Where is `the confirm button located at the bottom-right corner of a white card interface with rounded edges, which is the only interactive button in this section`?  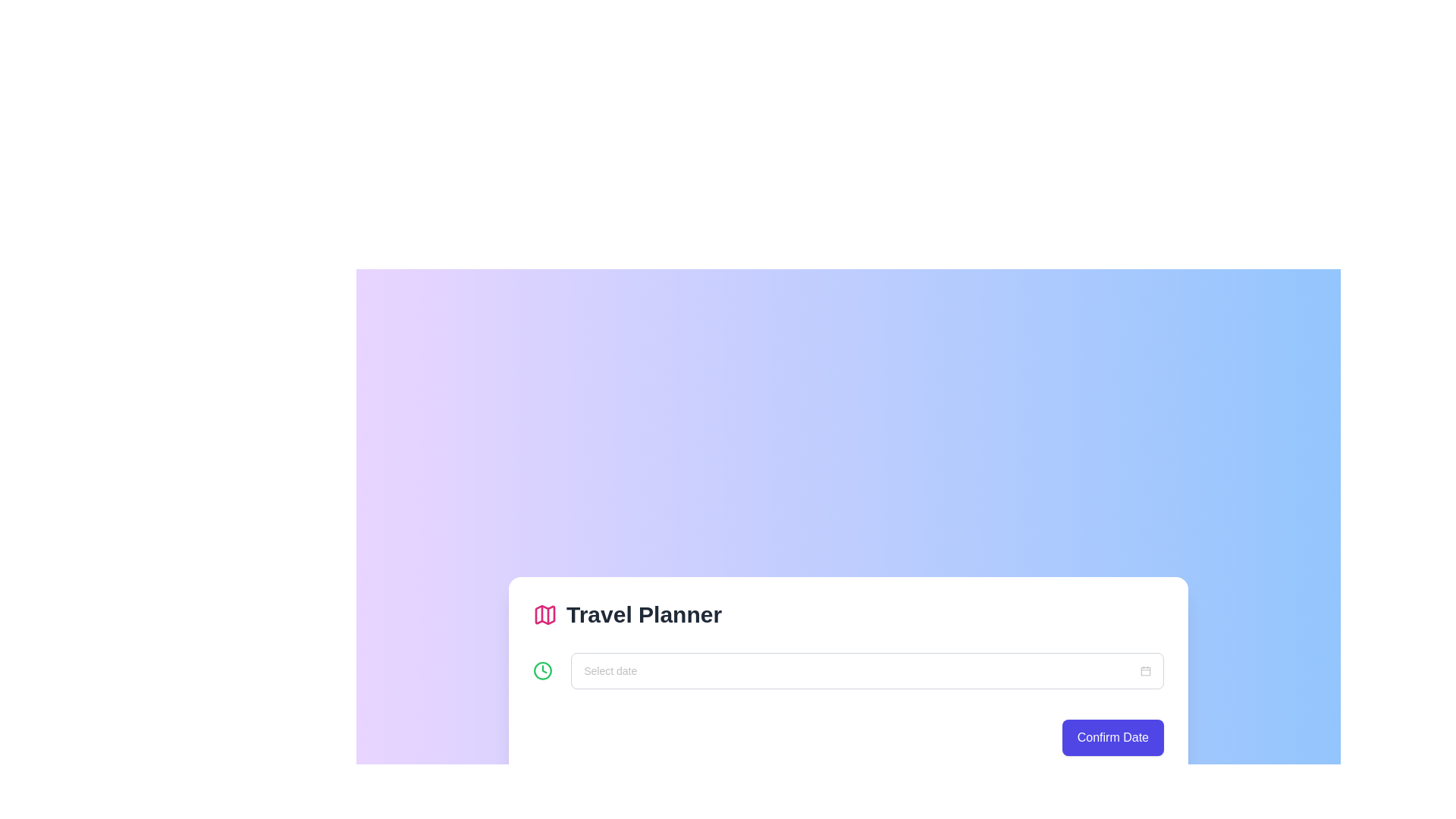
the confirm button located at the bottom-right corner of a white card interface with rounded edges, which is the only interactive button in this section is located at coordinates (1112, 736).